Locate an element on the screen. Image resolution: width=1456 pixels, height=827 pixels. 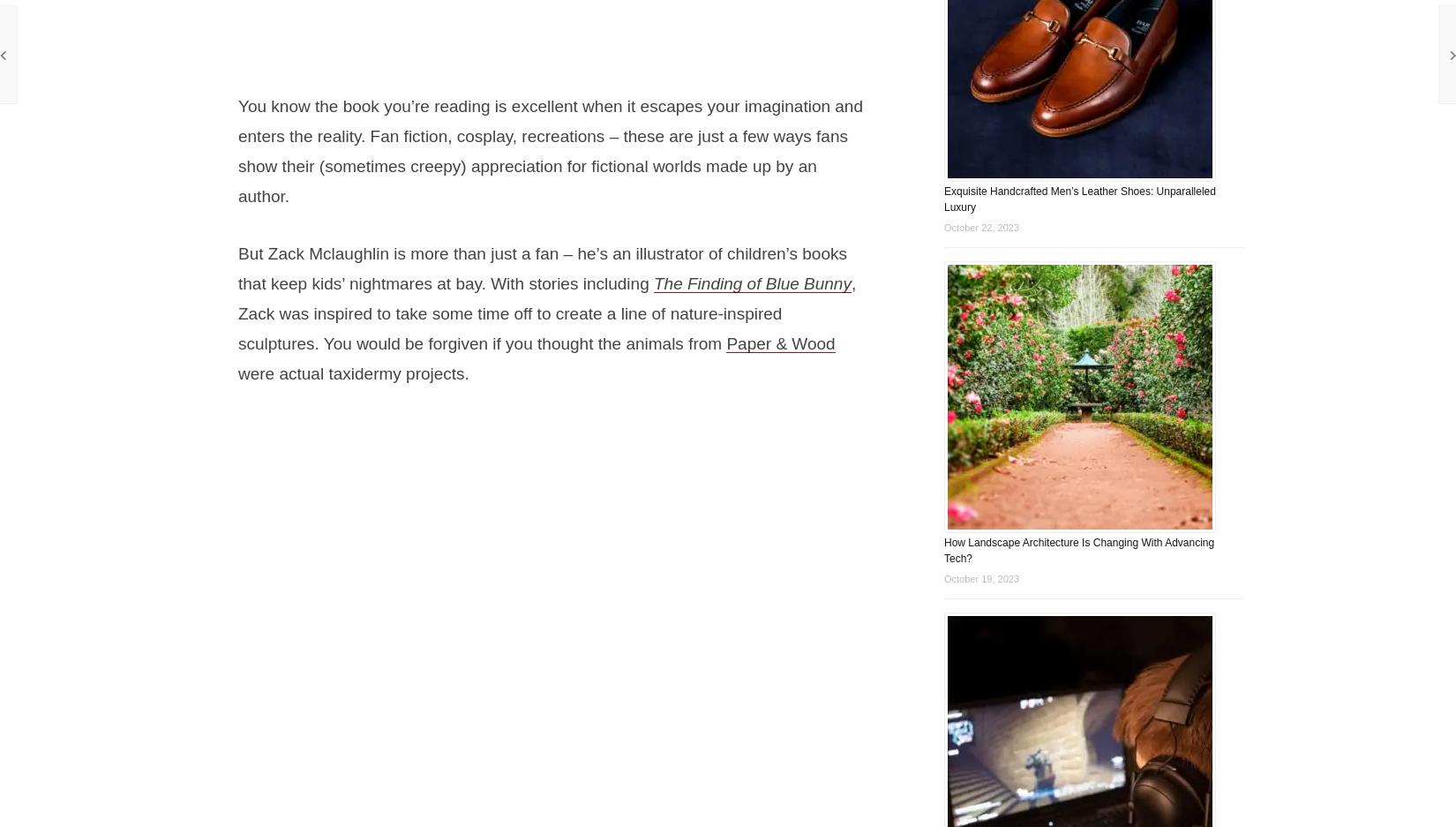
'But Zack Mclaughlin is more than just a fan – he’s an illustrator of children’s books that keep kids’ nightmares at bay. With stories including' is located at coordinates (540, 267).